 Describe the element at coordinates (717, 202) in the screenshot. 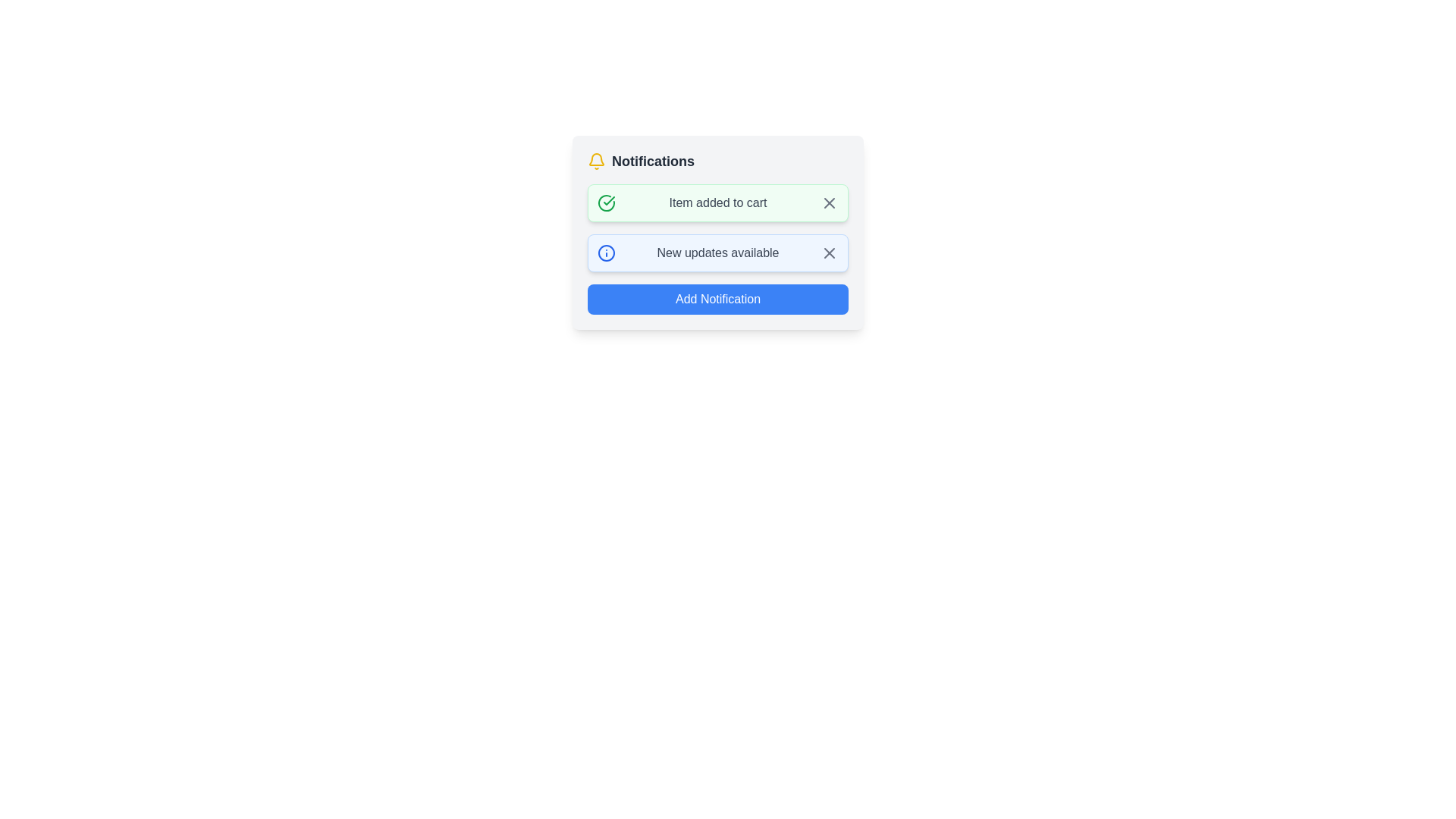

I see `text label displaying 'Item added to cart', which is styled with a gray font color and located within a green notification card` at that location.